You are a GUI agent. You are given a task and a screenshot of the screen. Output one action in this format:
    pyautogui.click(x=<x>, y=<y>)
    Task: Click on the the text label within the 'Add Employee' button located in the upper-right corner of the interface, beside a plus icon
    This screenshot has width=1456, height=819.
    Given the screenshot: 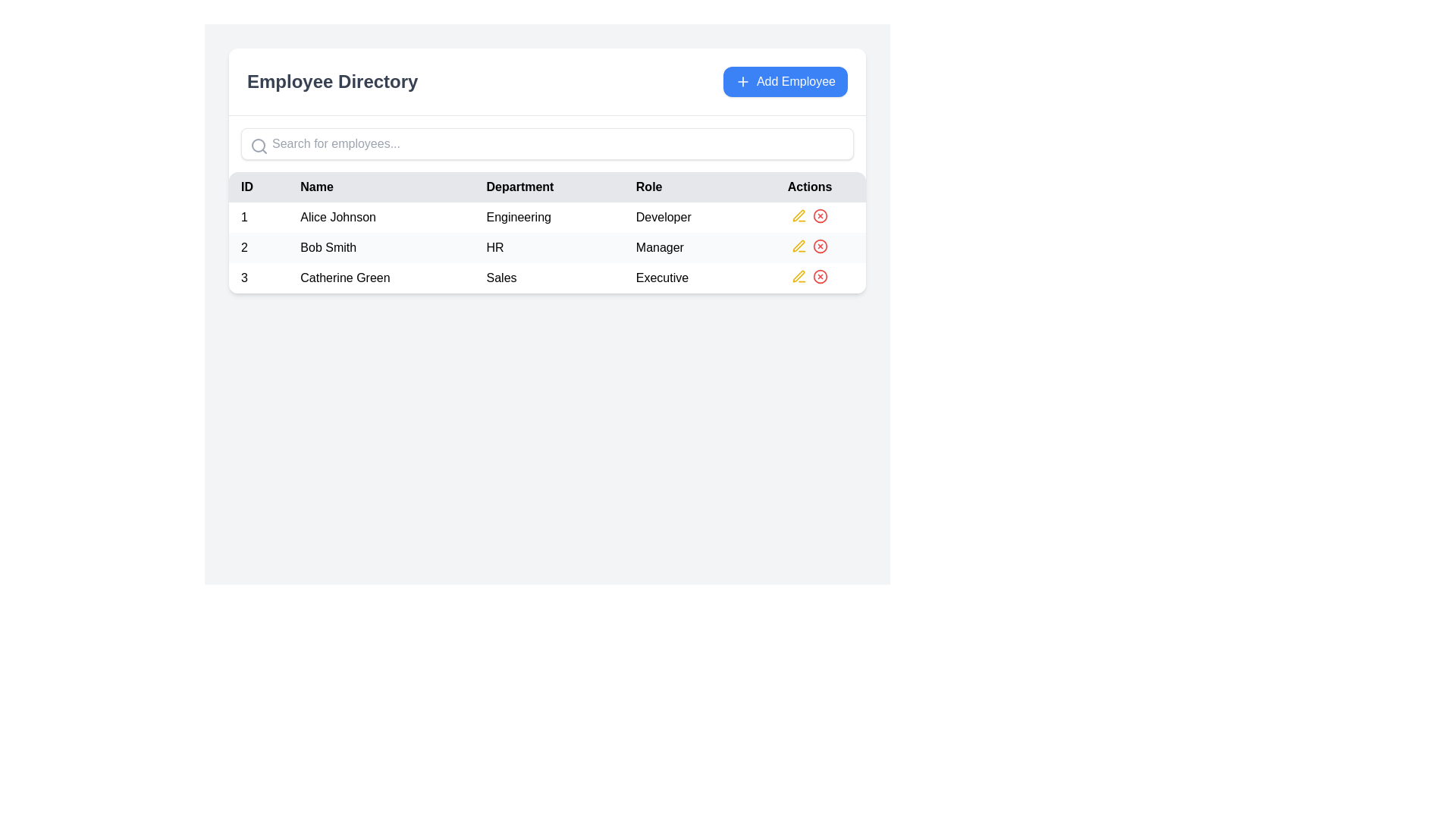 What is the action you would take?
    pyautogui.click(x=795, y=82)
    